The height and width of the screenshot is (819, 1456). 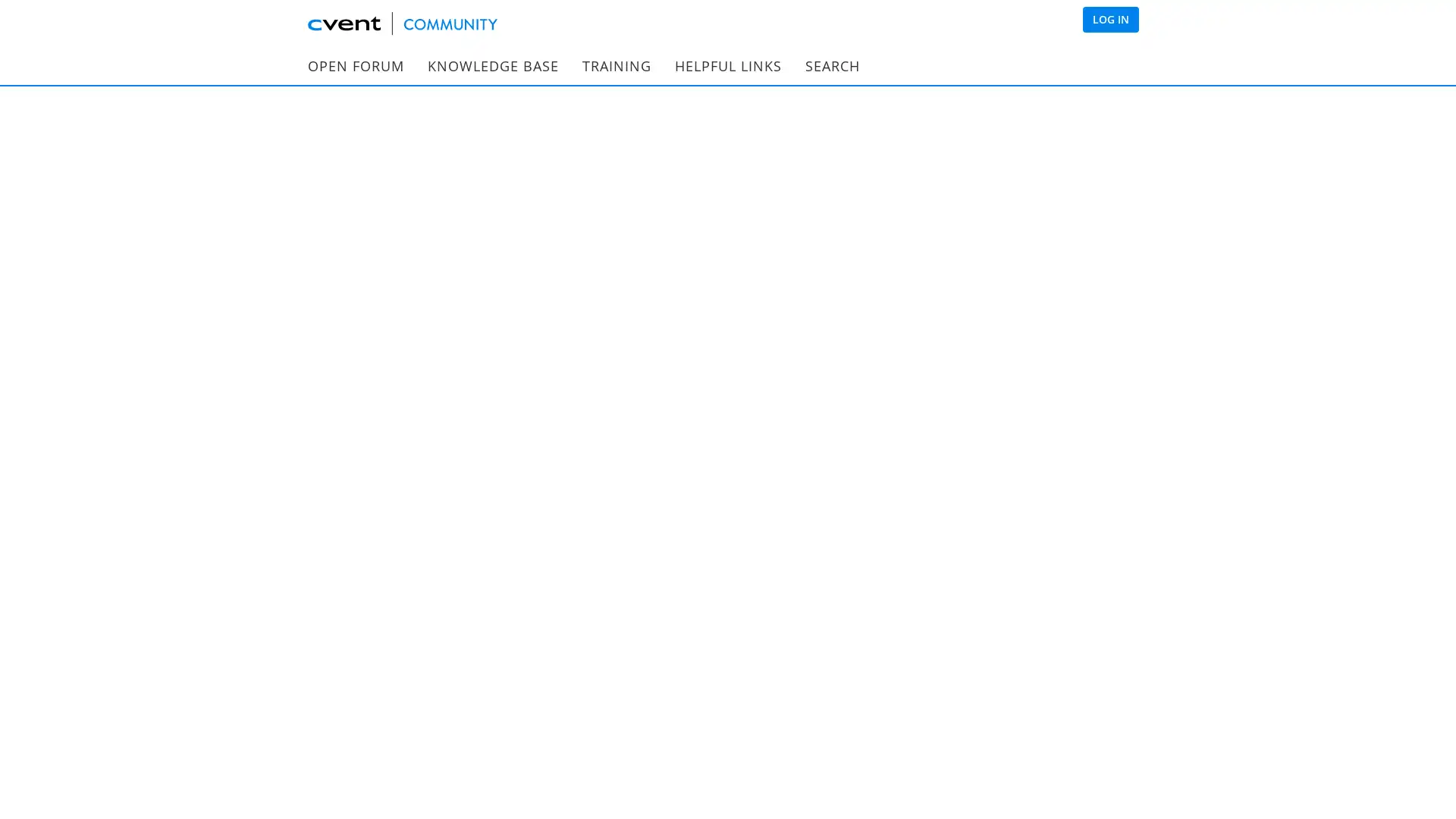 What do you see at coordinates (1110, 20) in the screenshot?
I see `LOG IN` at bounding box center [1110, 20].